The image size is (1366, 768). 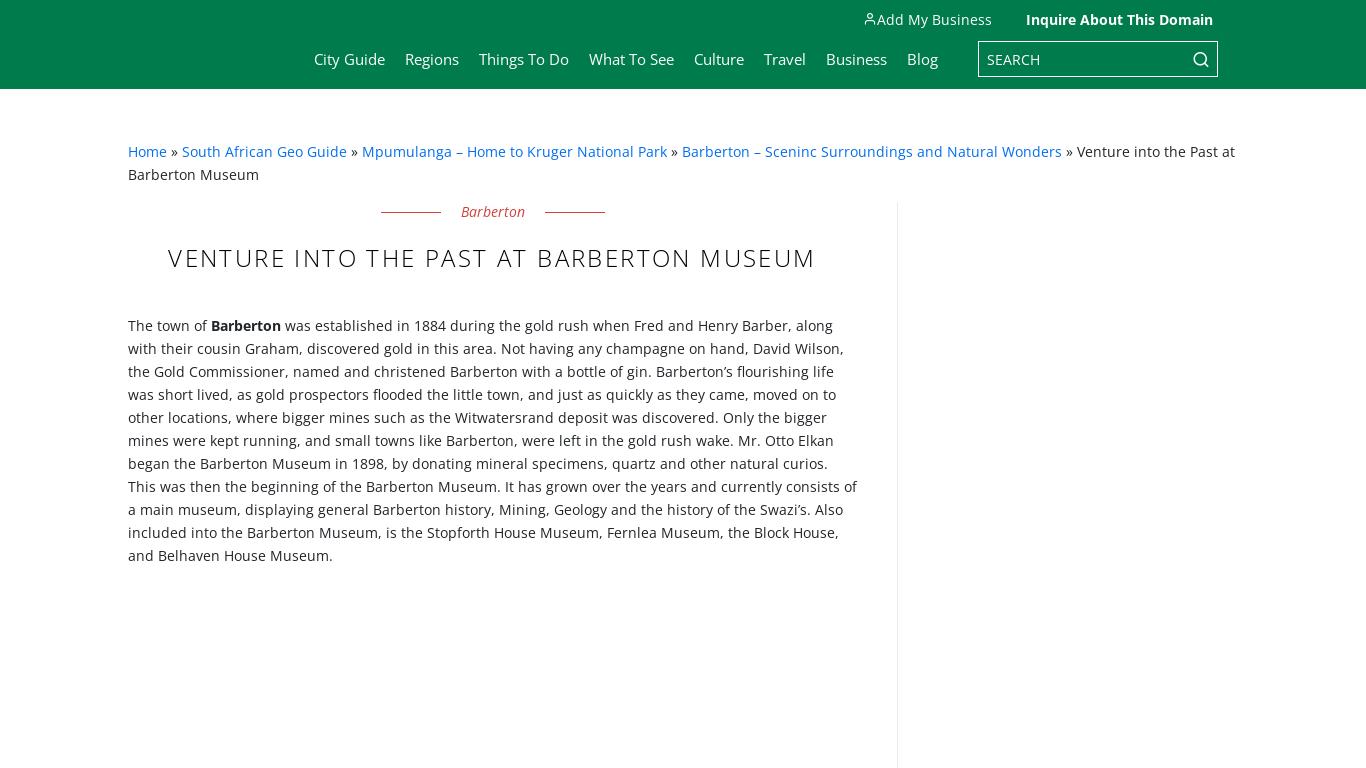 What do you see at coordinates (1118, 18) in the screenshot?
I see `'Inquire About This Domain'` at bounding box center [1118, 18].